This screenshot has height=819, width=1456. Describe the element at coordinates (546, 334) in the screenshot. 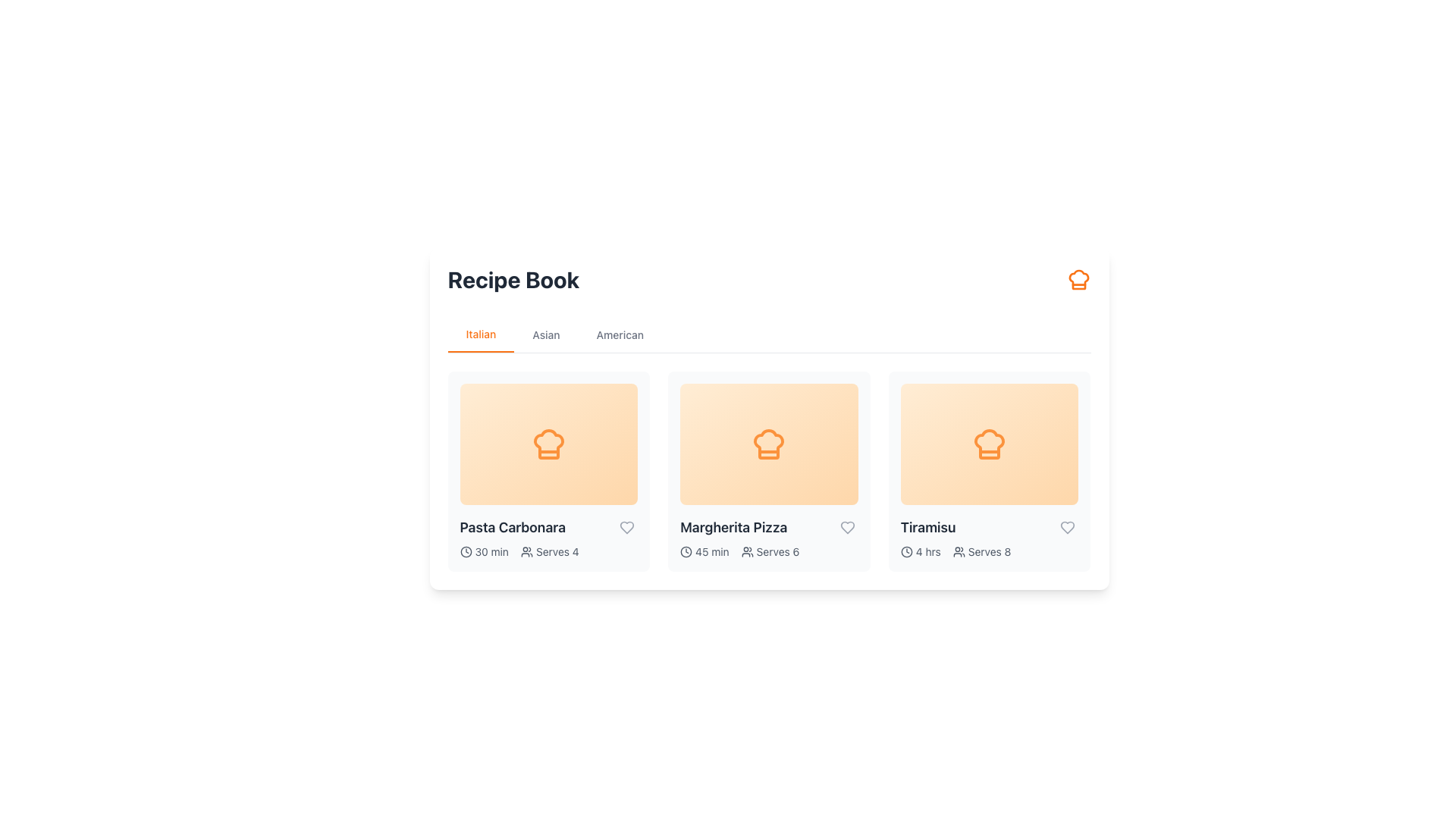

I see `the text label displaying 'Asian', which is in the middle of three text elements under the 'Recipe Book' heading` at that location.